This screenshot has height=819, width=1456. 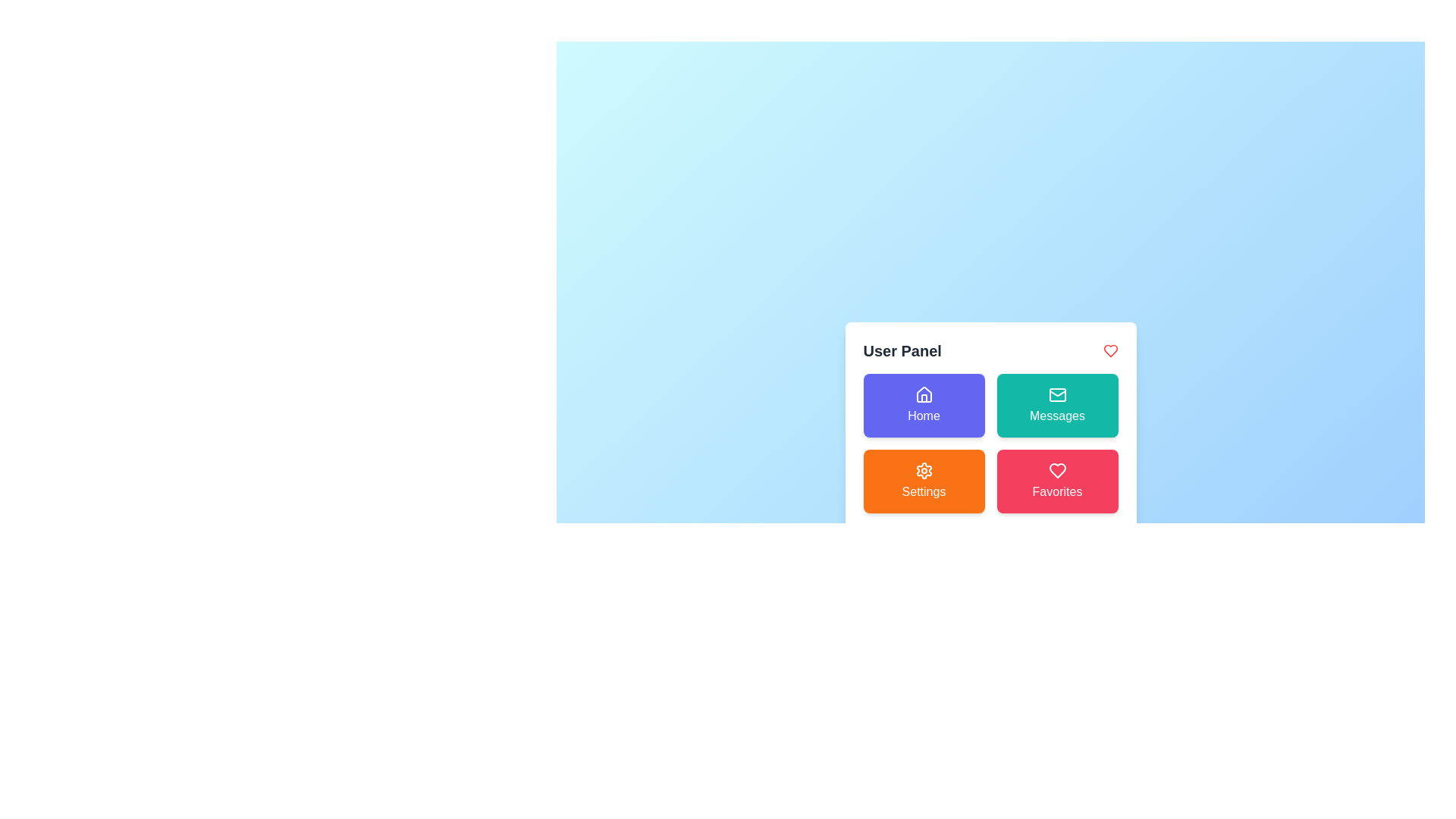 What do you see at coordinates (923, 394) in the screenshot?
I see `the 'Home' button which contains the house-shaped icon in the upper-left corner of the User Panel` at bounding box center [923, 394].